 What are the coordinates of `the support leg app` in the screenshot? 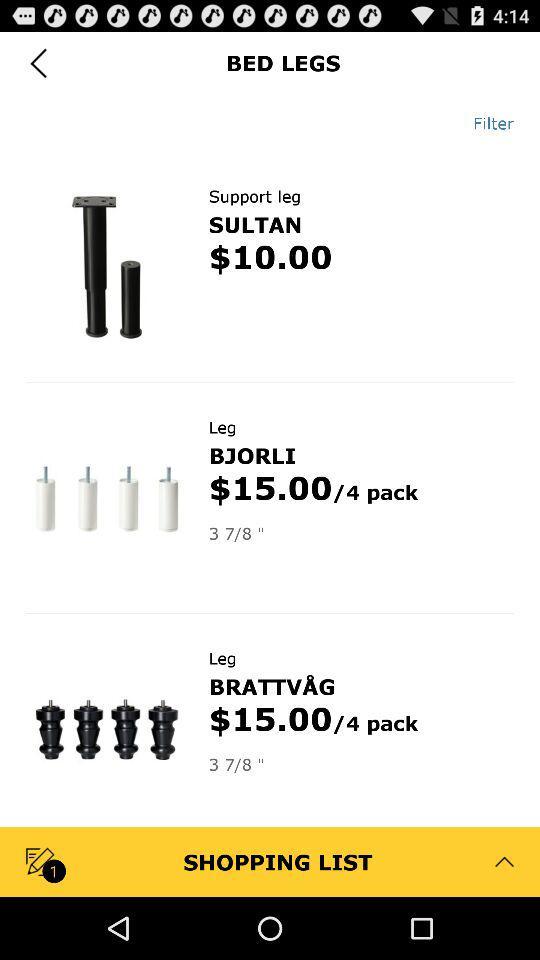 It's located at (254, 196).